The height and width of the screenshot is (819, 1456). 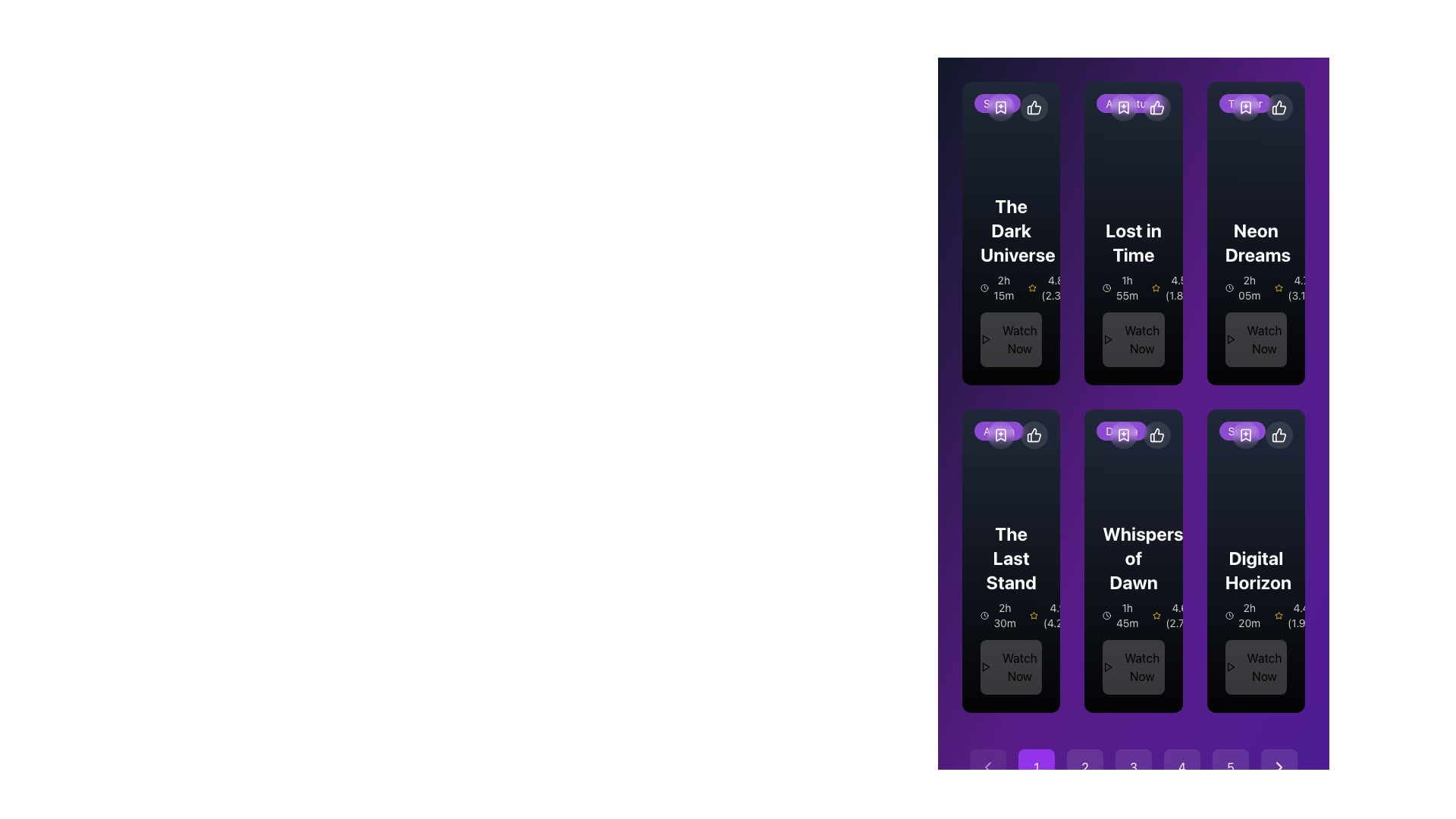 What do you see at coordinates (1123, 107) in the screenshot?
I see `the bookmark icon button located to the right of the 'S' button and to the left of the thumbs up icon on the 'Lost in Time' card` at bounding box center [1123, 107].